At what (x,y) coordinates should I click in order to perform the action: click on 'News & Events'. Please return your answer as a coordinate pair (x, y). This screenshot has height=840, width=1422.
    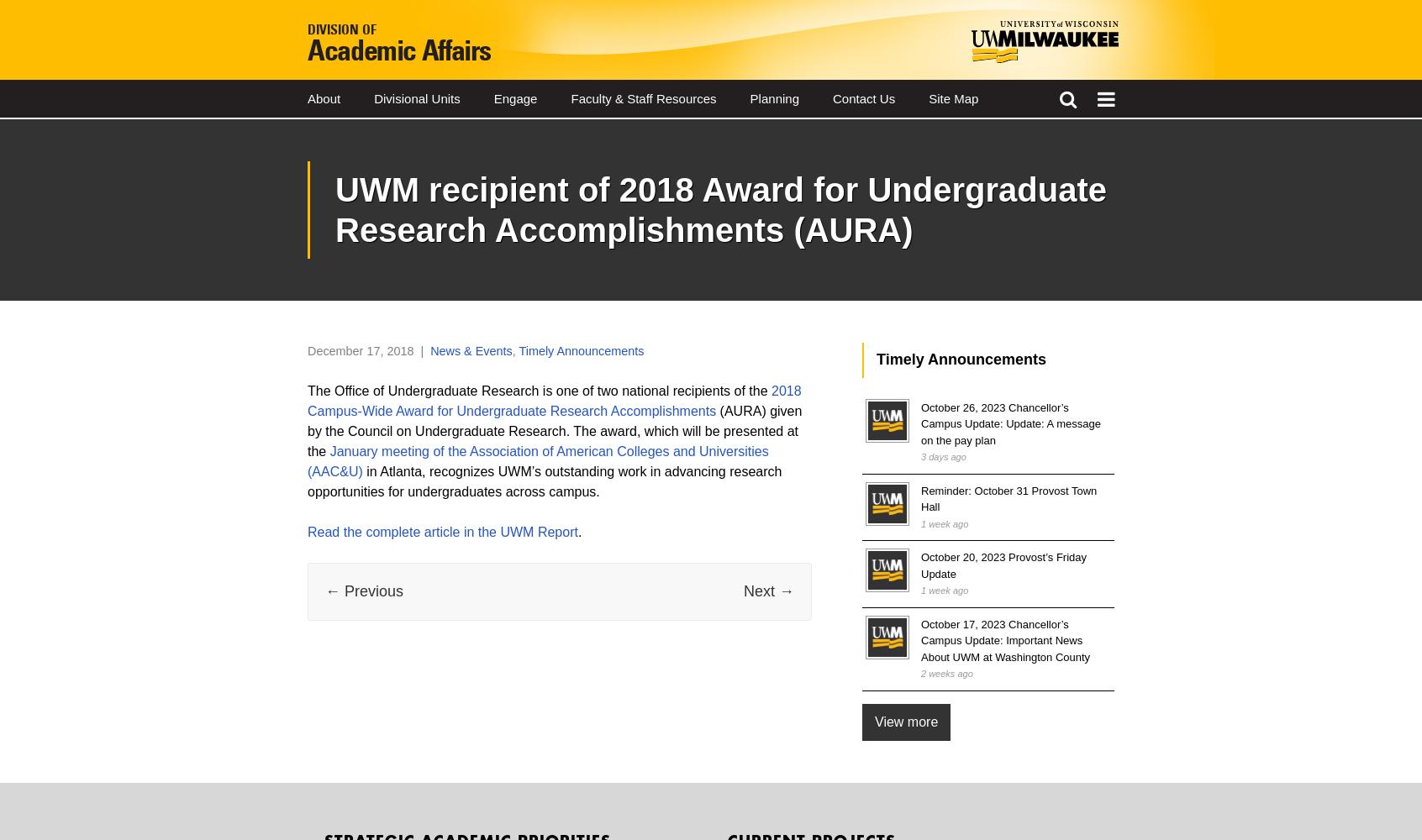
    Looking at the image, I should click on (429, 351).